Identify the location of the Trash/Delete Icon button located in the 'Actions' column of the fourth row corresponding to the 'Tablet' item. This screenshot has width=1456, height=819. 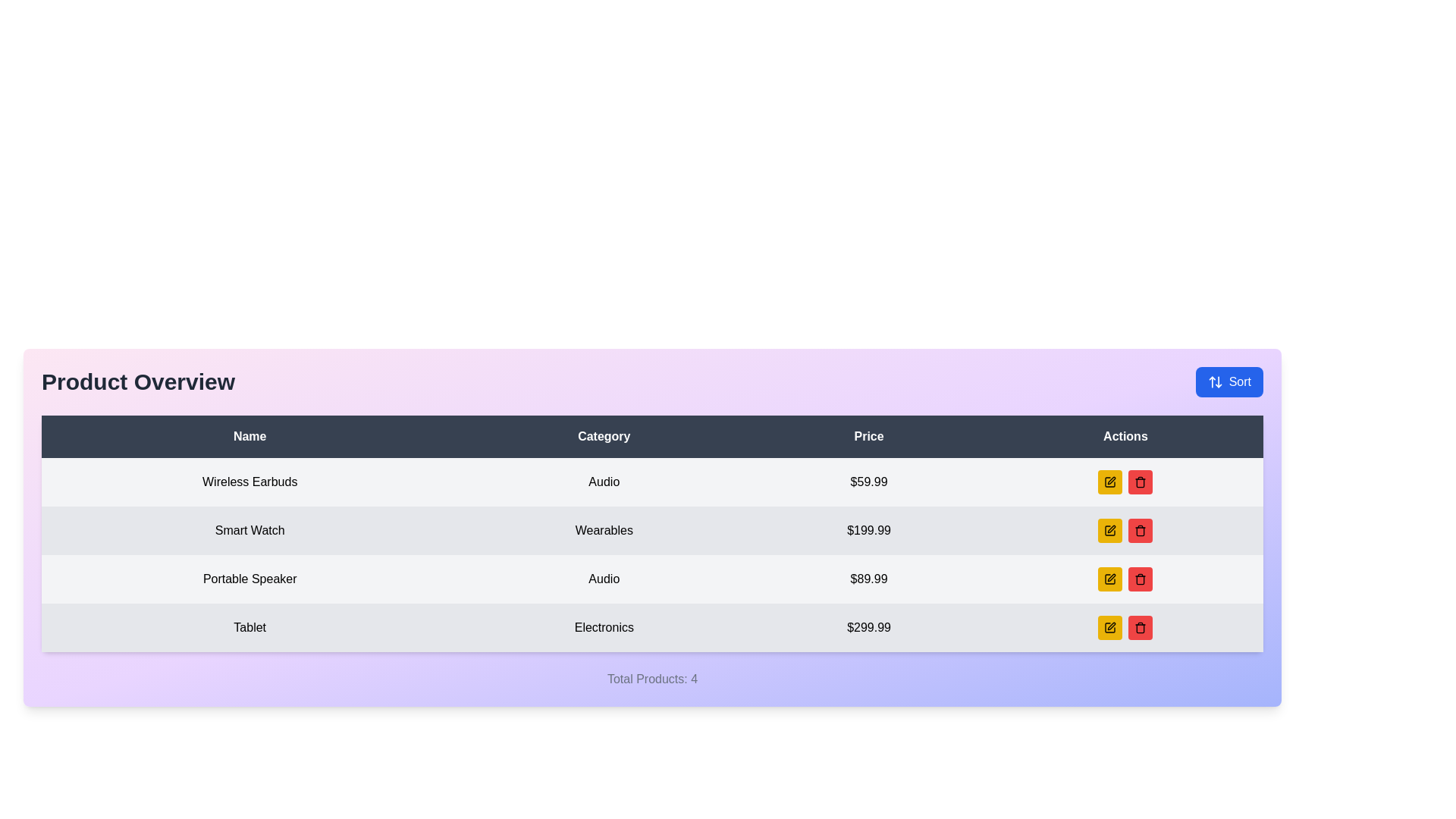
(1141, 579).